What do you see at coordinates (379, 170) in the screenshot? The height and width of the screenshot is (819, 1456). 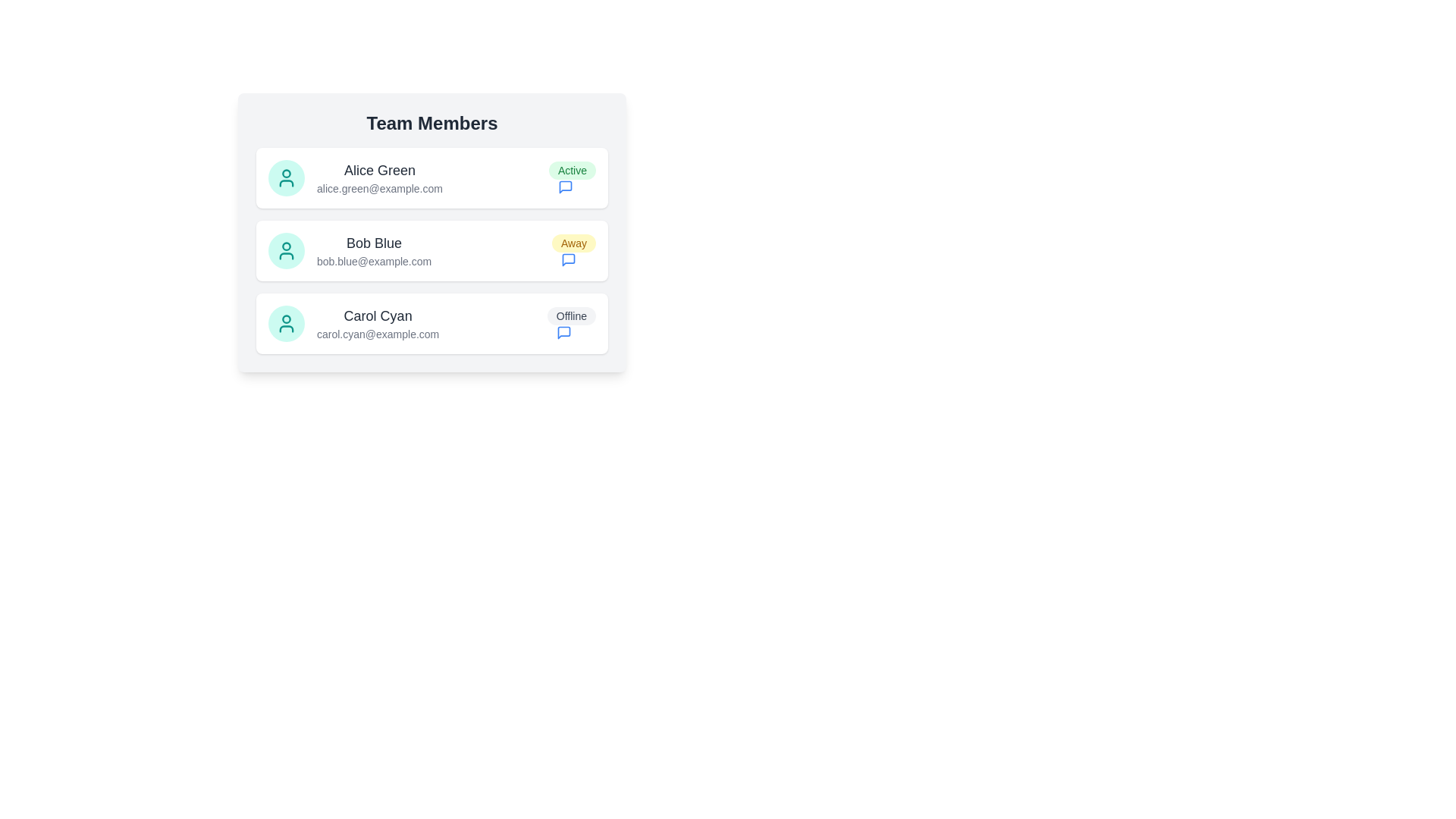 I see `the bold text label displaying 'Alice Green' located at the top-left corner of her team member card for additional information` at bounding box center [379, 170].